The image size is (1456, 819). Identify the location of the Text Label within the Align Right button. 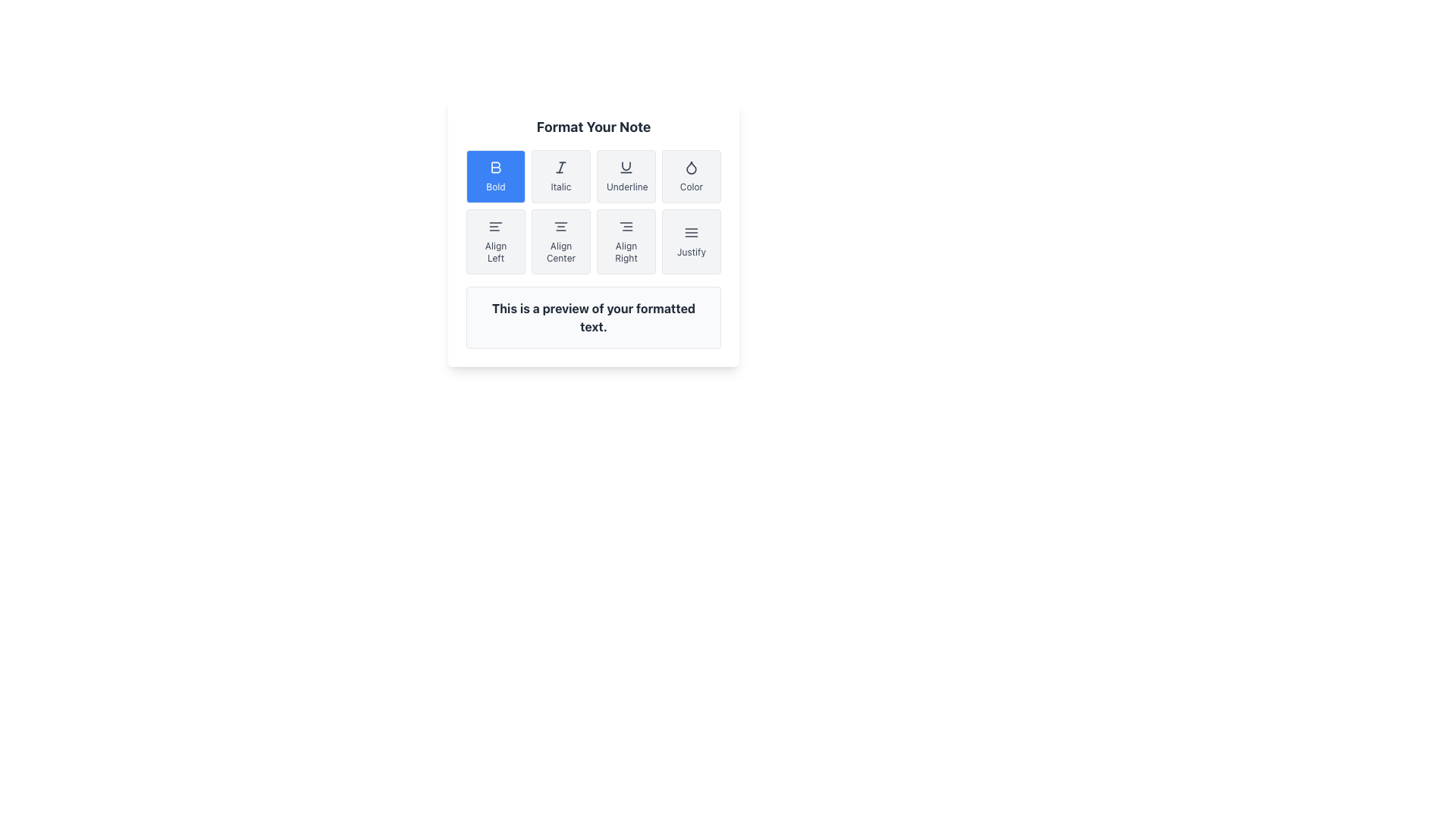
(626, 251).